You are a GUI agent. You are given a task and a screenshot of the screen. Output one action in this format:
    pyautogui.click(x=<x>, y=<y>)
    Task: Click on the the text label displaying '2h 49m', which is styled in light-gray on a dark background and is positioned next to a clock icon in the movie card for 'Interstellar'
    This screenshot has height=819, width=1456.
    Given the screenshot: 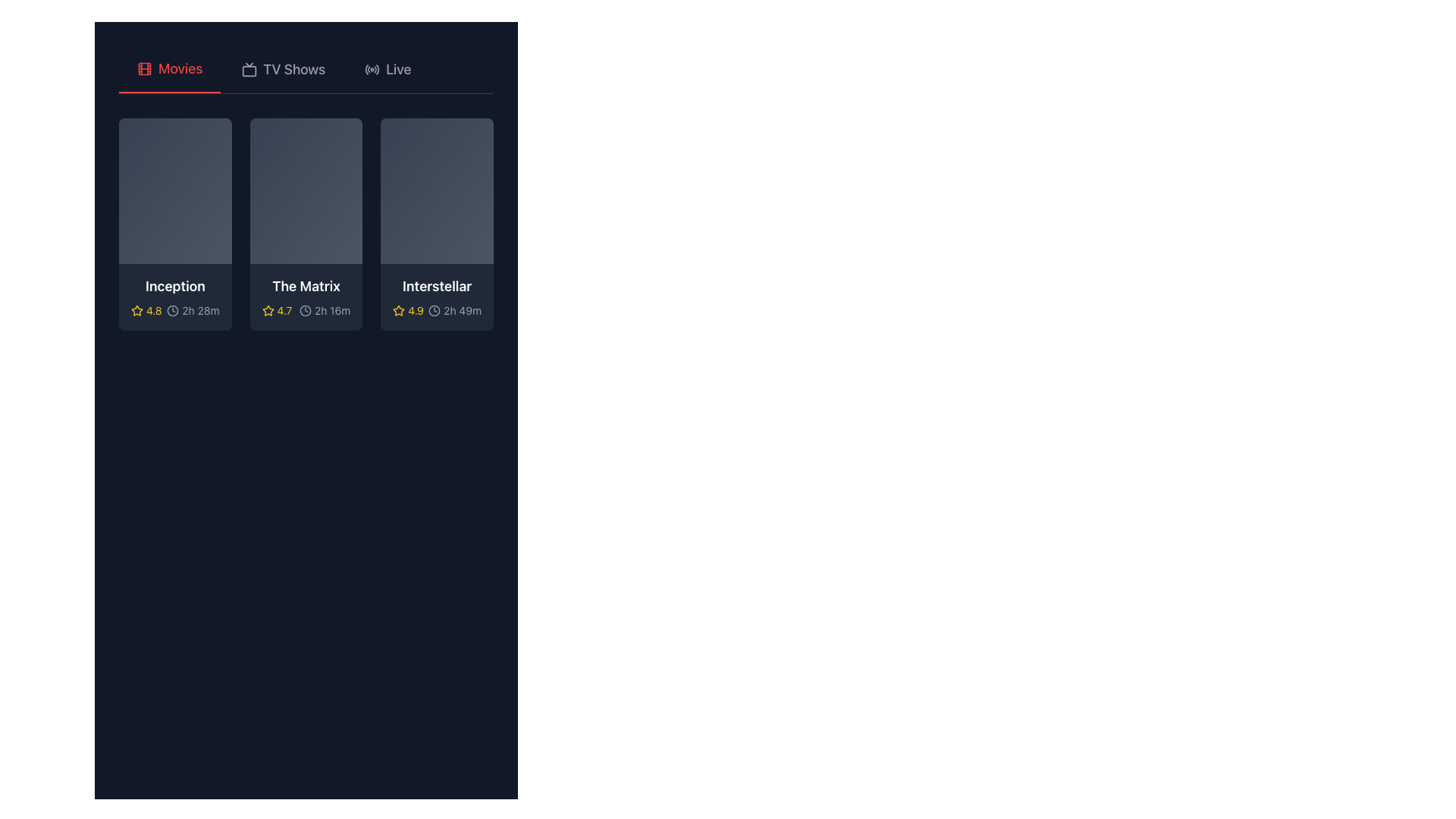 What is the action you would take?
    pyautogui.click(x=462, y=309)
    